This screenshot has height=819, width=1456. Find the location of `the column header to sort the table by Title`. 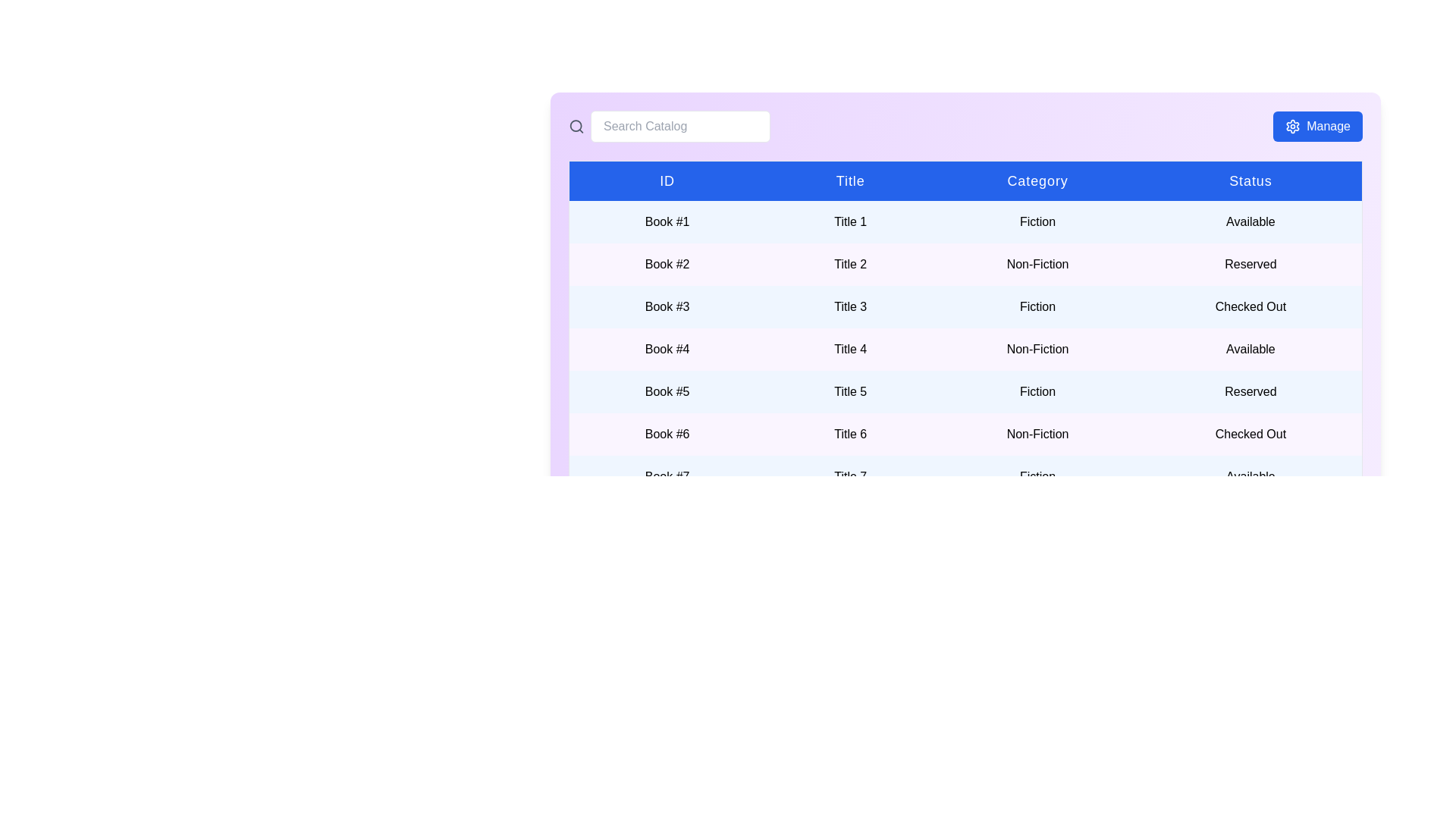

the column header to sort the table by Title is located at coordinates (850, 180).